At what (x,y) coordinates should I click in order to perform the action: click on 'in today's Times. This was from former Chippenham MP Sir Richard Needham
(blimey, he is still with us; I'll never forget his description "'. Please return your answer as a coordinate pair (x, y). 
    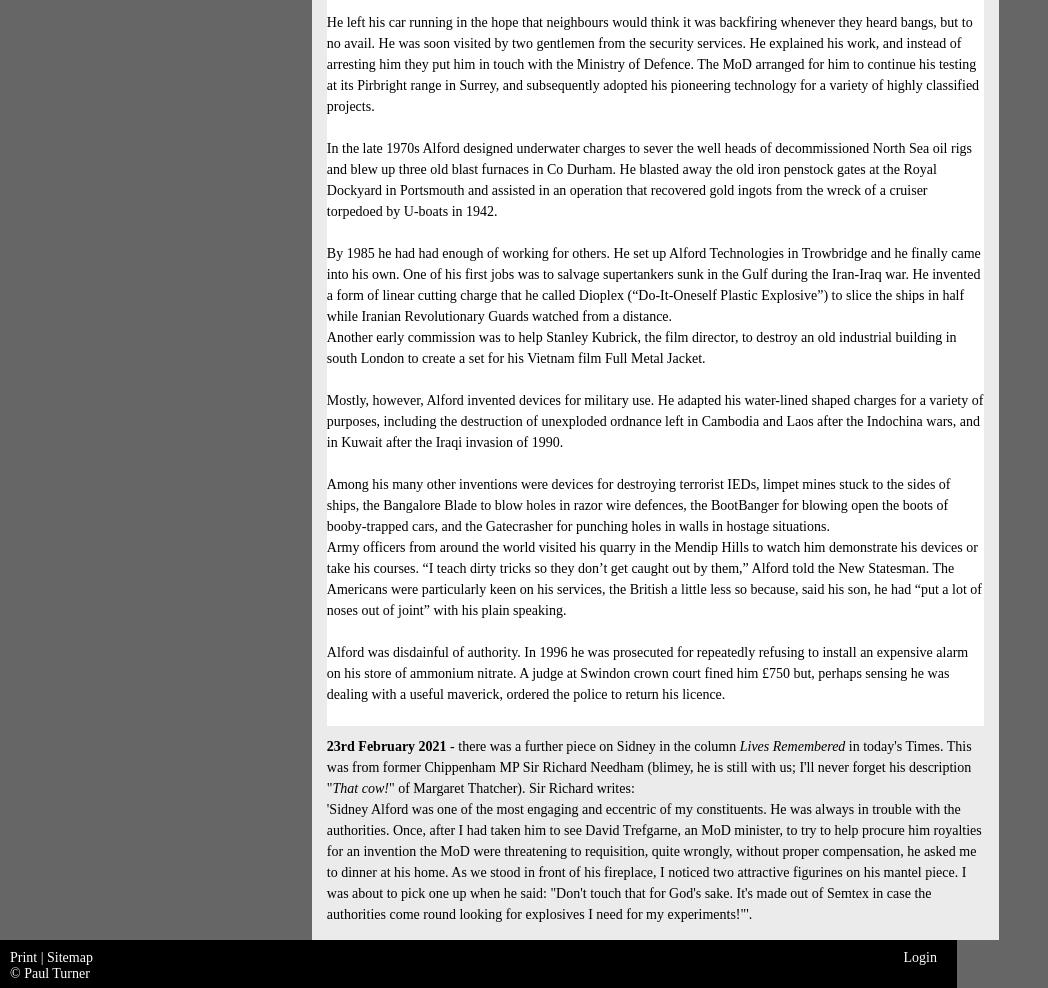
    Looking at the image, I should click on (326, 766).